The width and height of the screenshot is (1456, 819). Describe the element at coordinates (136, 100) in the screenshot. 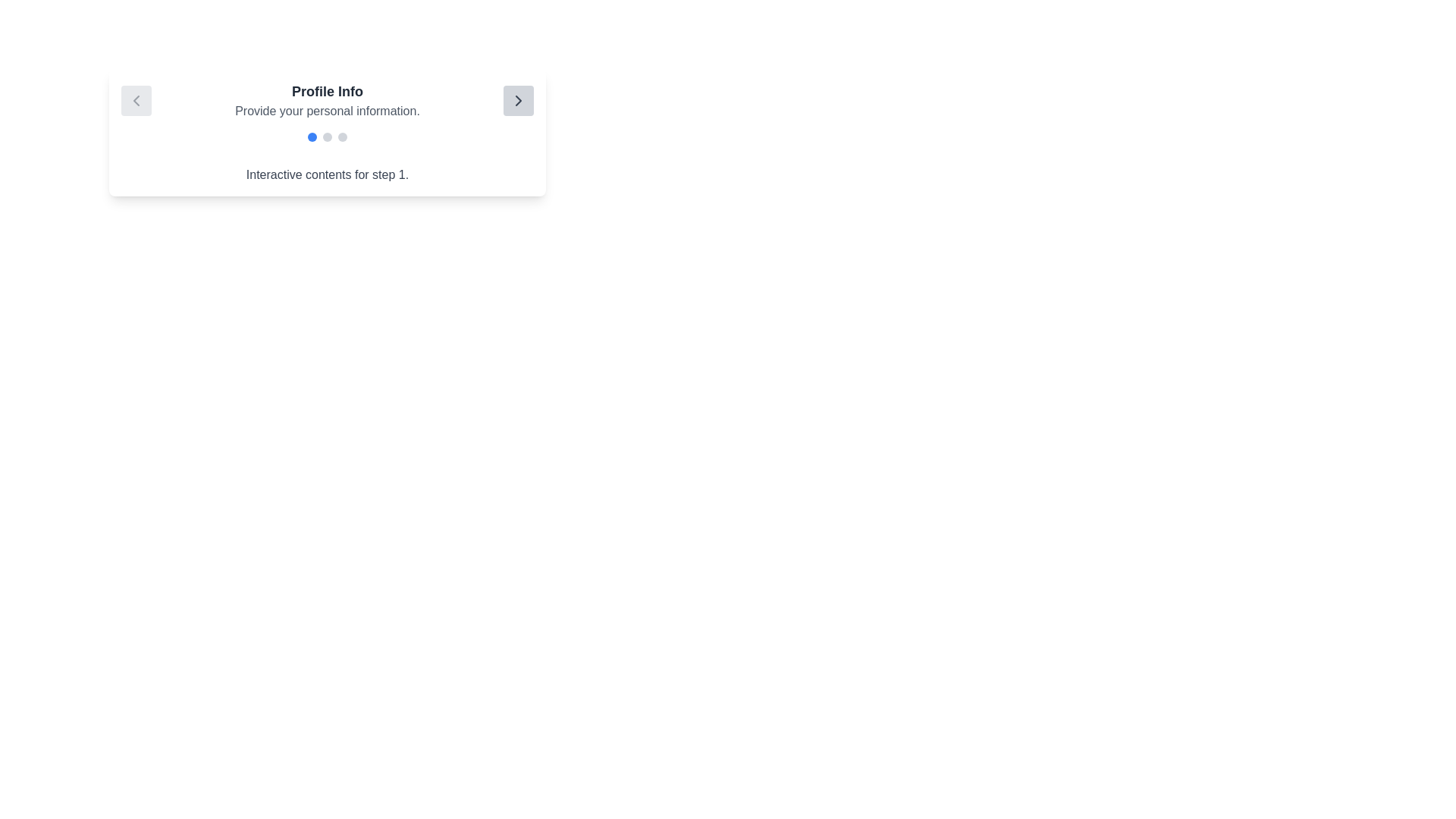

I see `the left-oriented chevron-shaped icon located to the left of the 'Profile Info.' text` at that location.